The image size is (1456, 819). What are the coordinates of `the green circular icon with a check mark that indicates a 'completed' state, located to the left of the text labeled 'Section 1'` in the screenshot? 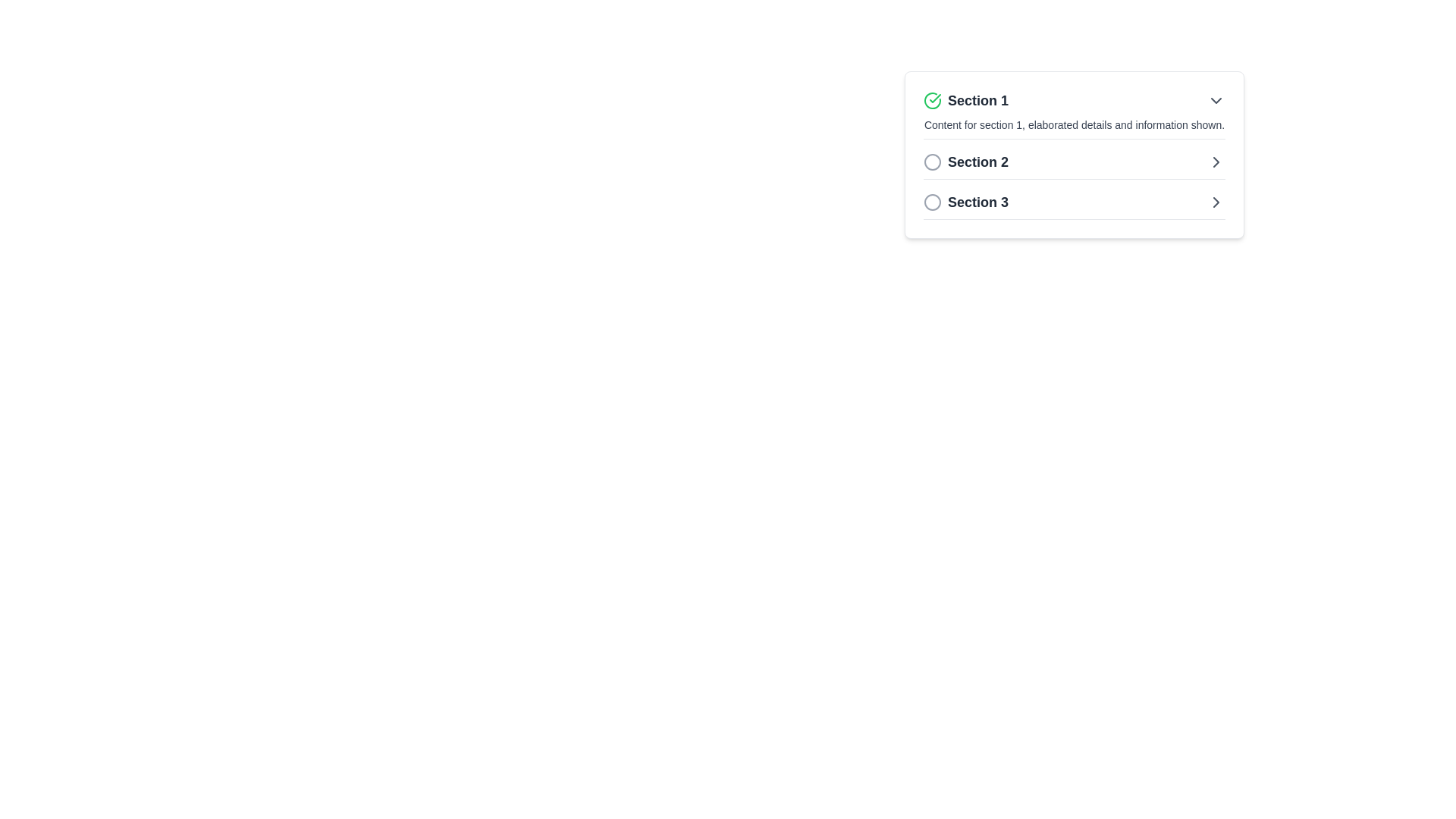 It's located at (931, 100).